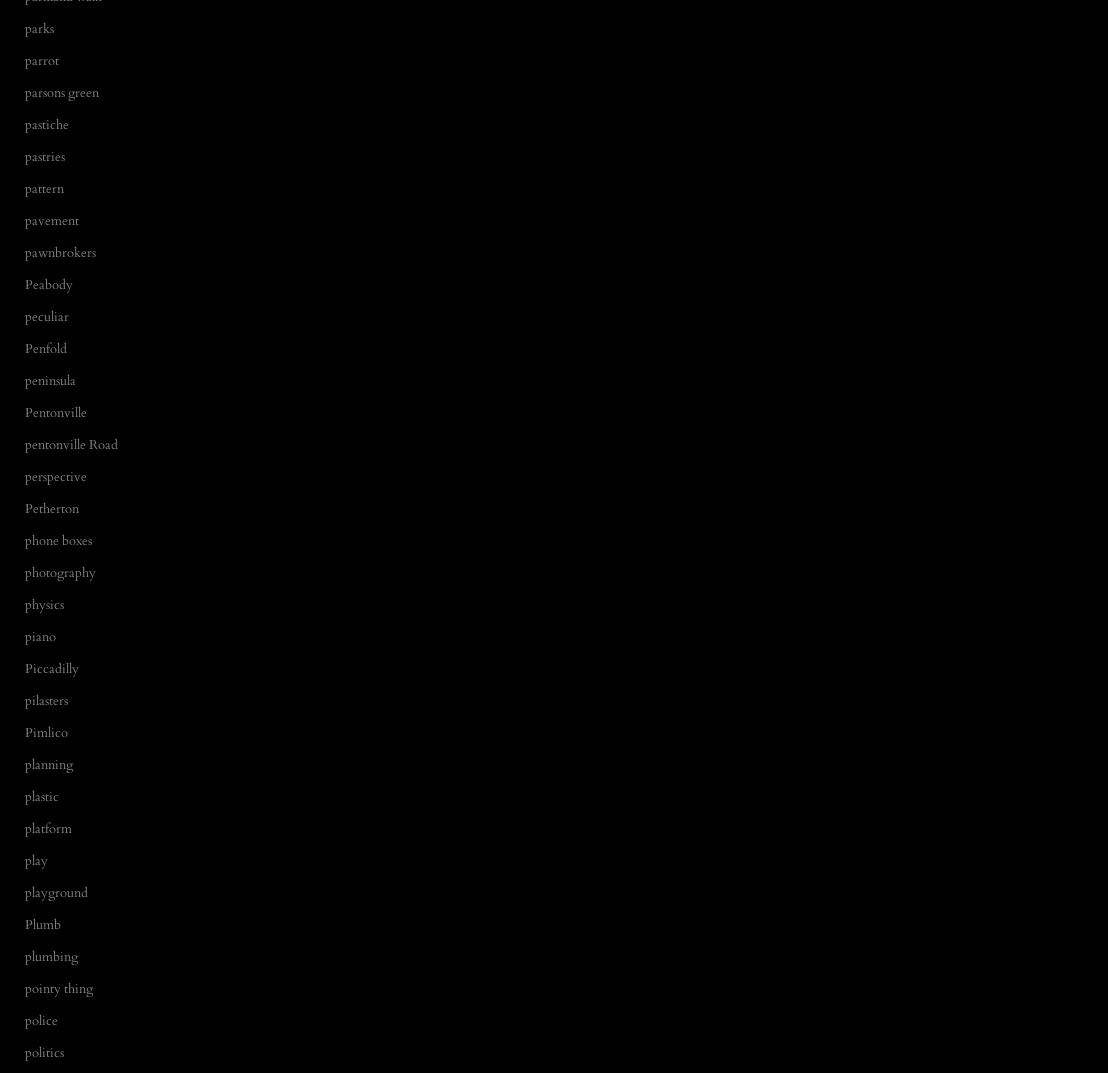  Describe the element at coordinates (46, 731) in the screenshot. I see `'Pimlico'` at that location.